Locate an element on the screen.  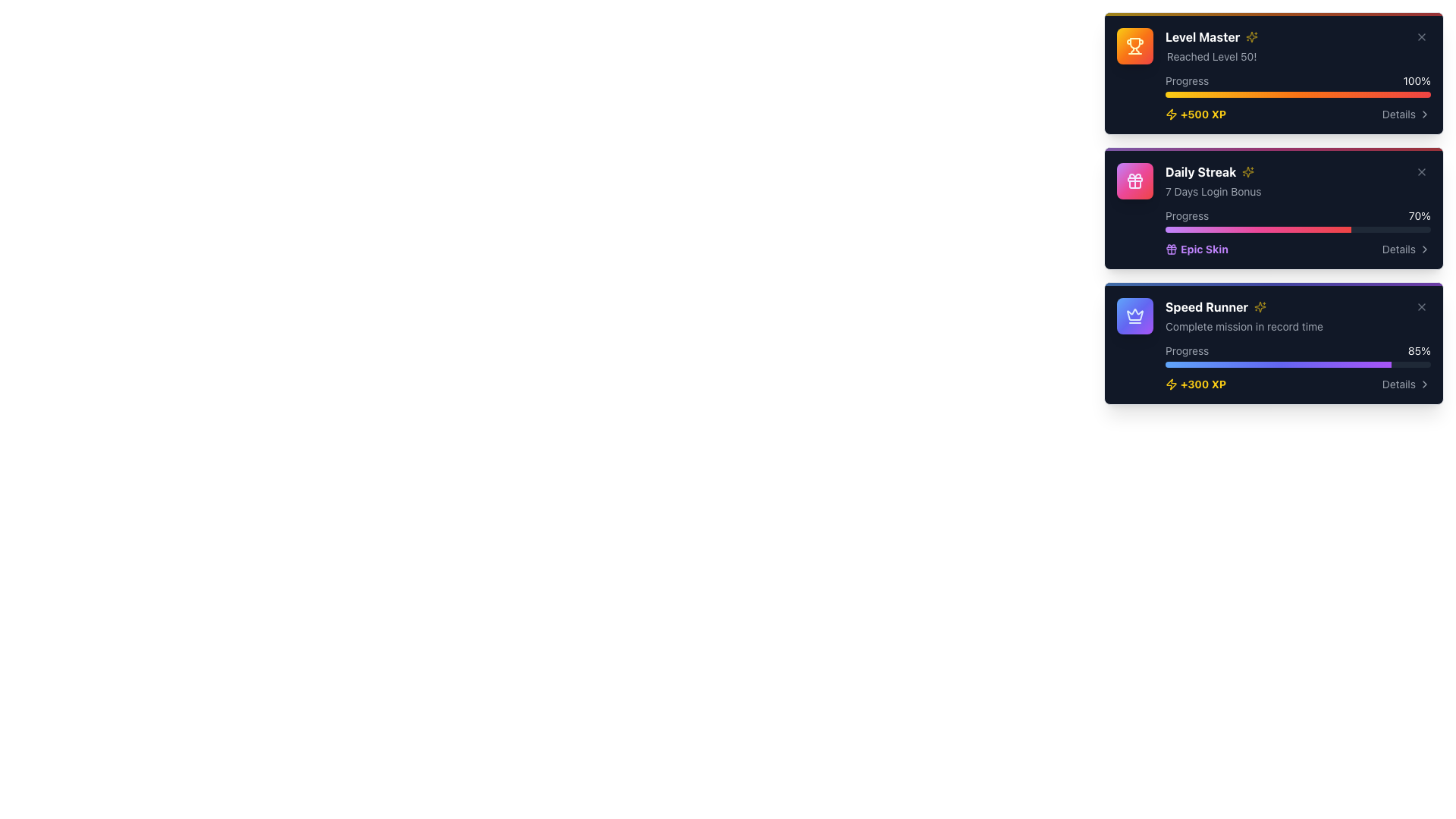
'Progress' text label, which is a small gray font located under the 'Speed Runner' title in the dark blue background, adjacent to the progress bar and percentage indicator, for additional details in the debugging tools is located at coordinates (1186, 350).